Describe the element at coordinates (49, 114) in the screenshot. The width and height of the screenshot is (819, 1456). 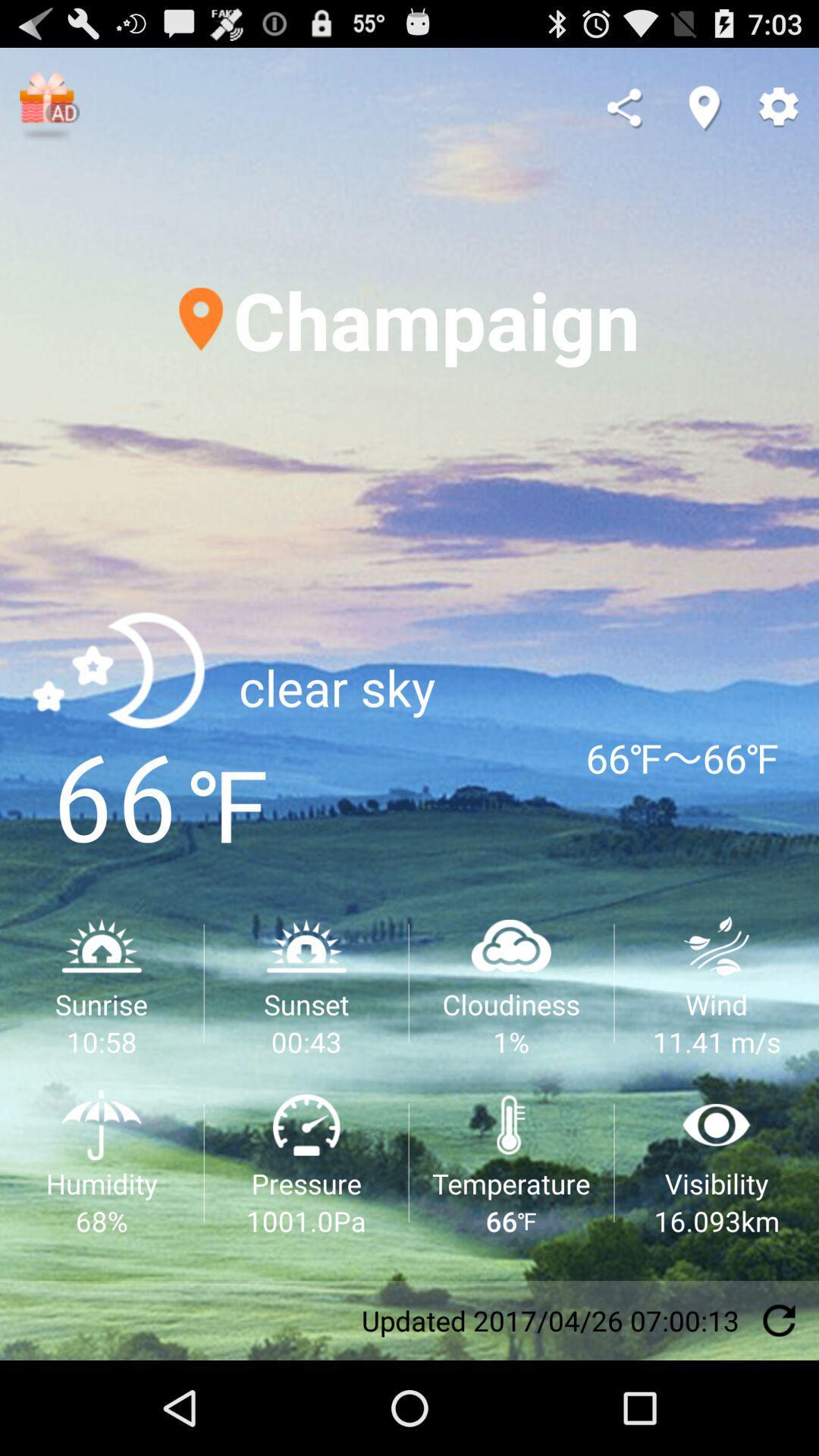
I see `the gift icon` at that location.